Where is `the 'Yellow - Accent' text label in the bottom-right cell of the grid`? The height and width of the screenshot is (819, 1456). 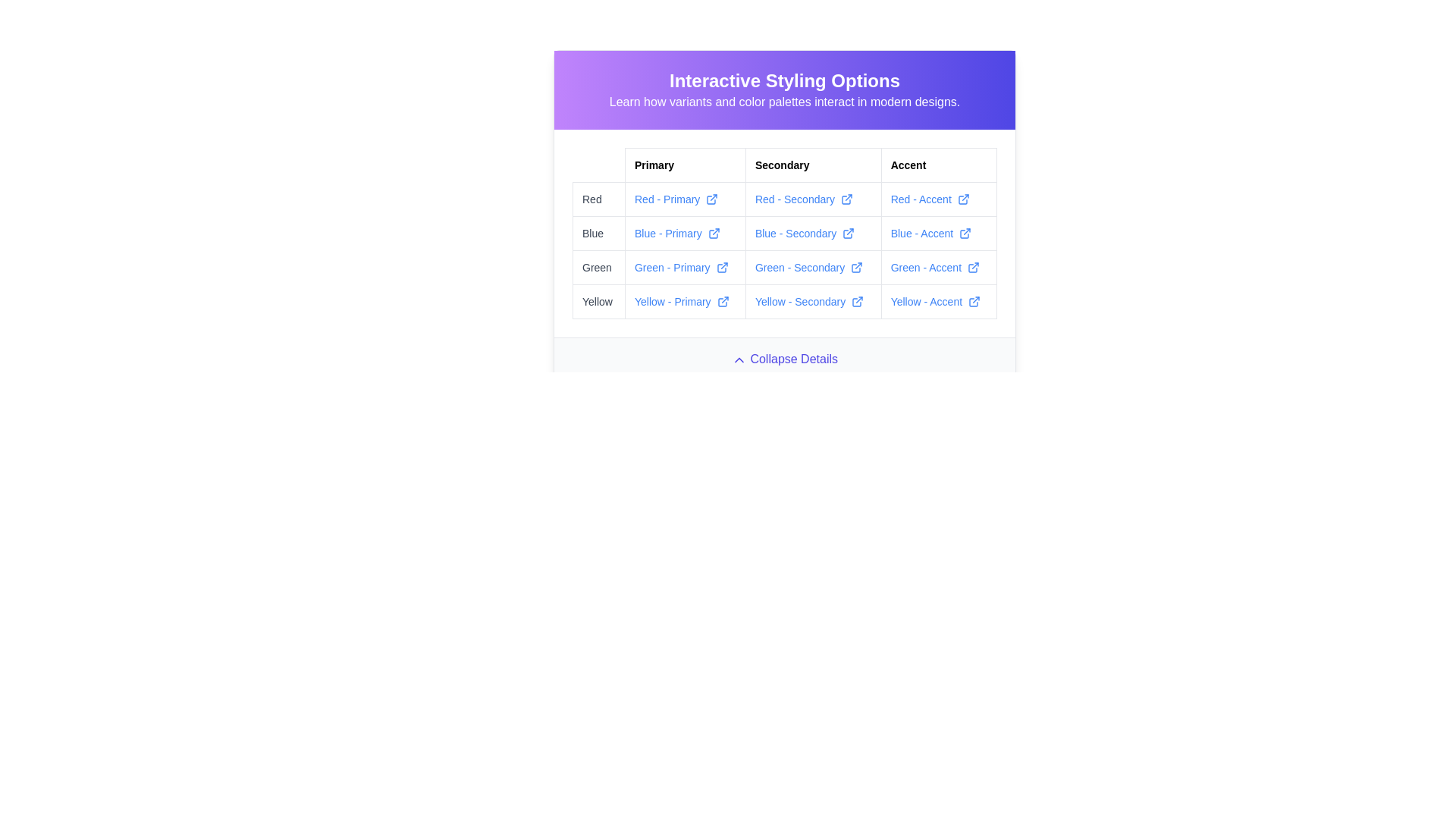
the 'Yellow - Accent' text label in the bottom-right cell of the grid is located at coordinates (938, 301).